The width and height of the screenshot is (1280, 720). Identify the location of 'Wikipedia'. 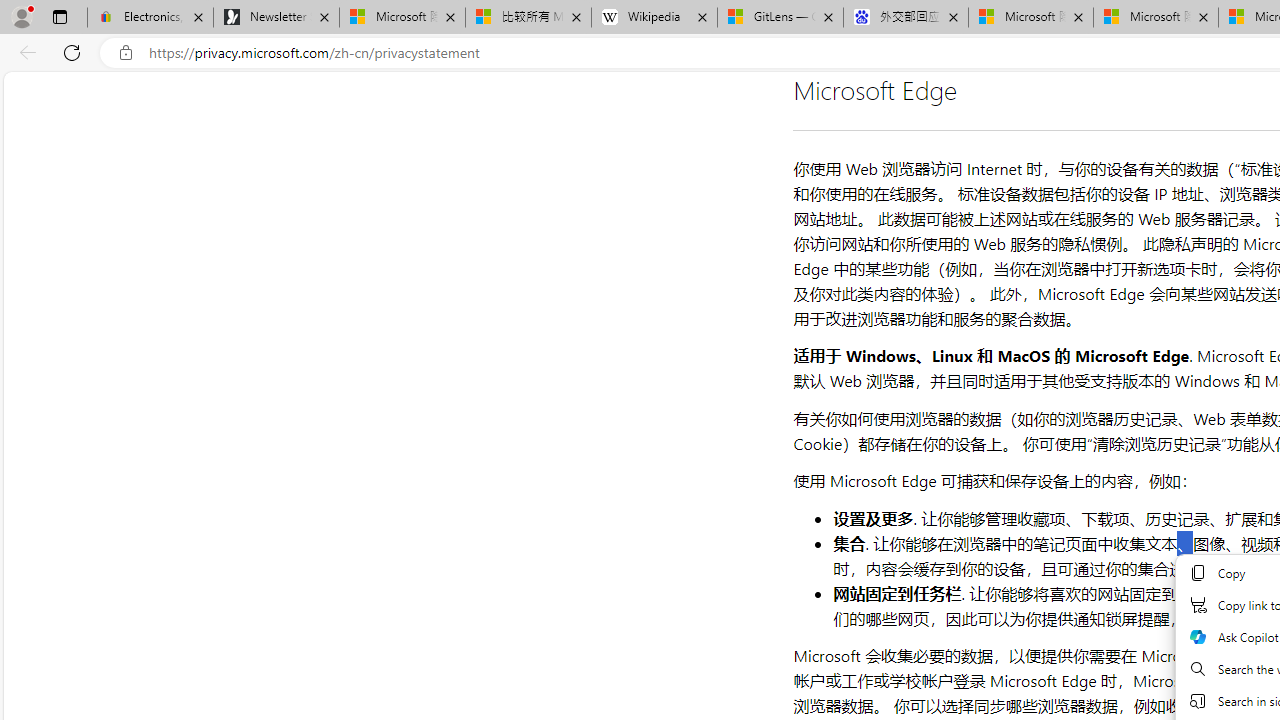
(654, 17).